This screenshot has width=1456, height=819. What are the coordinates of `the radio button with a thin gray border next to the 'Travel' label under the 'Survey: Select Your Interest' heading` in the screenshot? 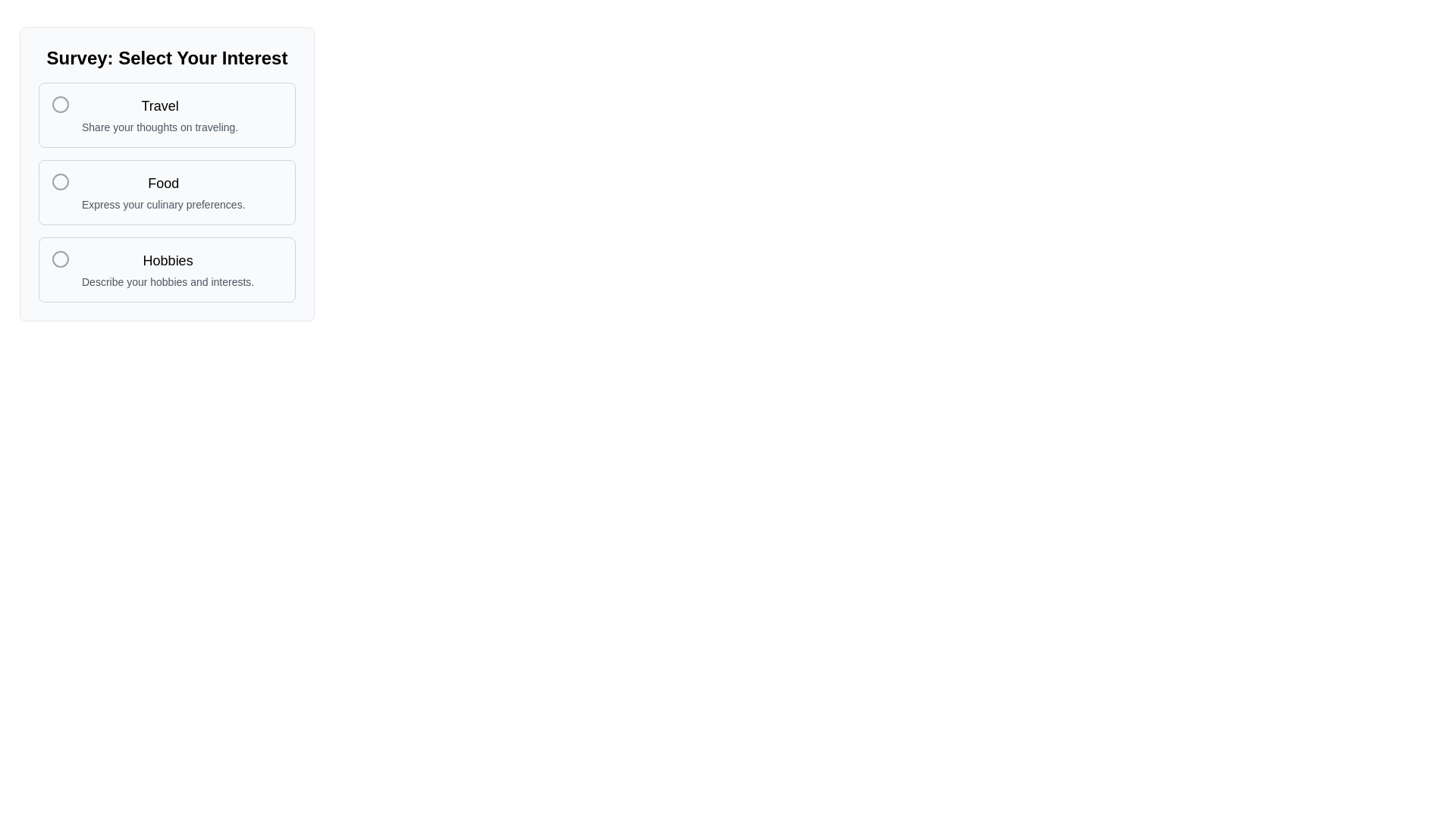 It's located at (61, 104).